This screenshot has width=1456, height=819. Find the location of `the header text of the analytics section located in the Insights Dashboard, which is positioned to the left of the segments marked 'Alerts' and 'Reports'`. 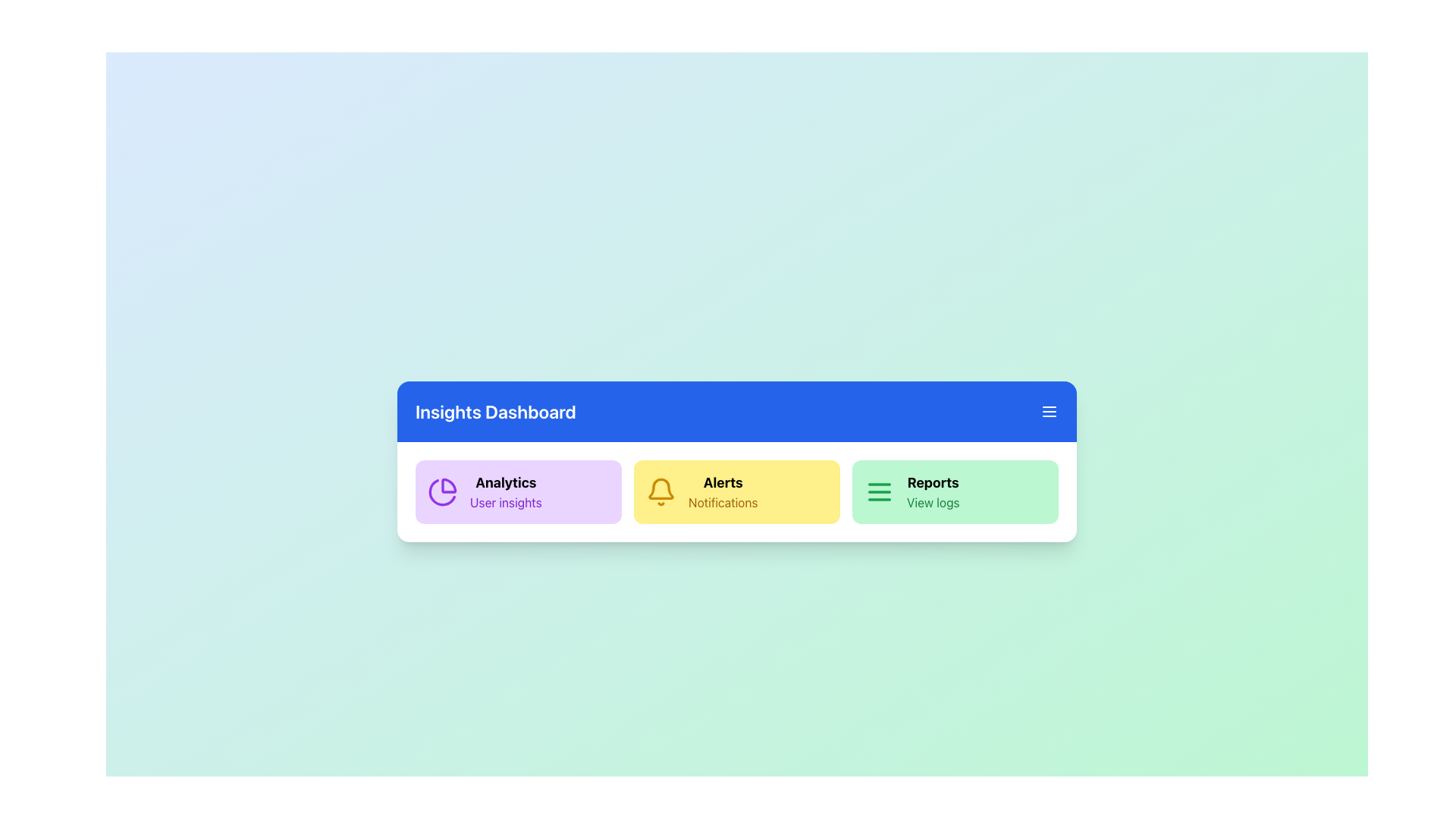

the header text of the analytics section located in the Insights Dashboard, which is positioned to the left of the segments marked 'Alerts' and 'Reports' is located at coordinates (506, 491).